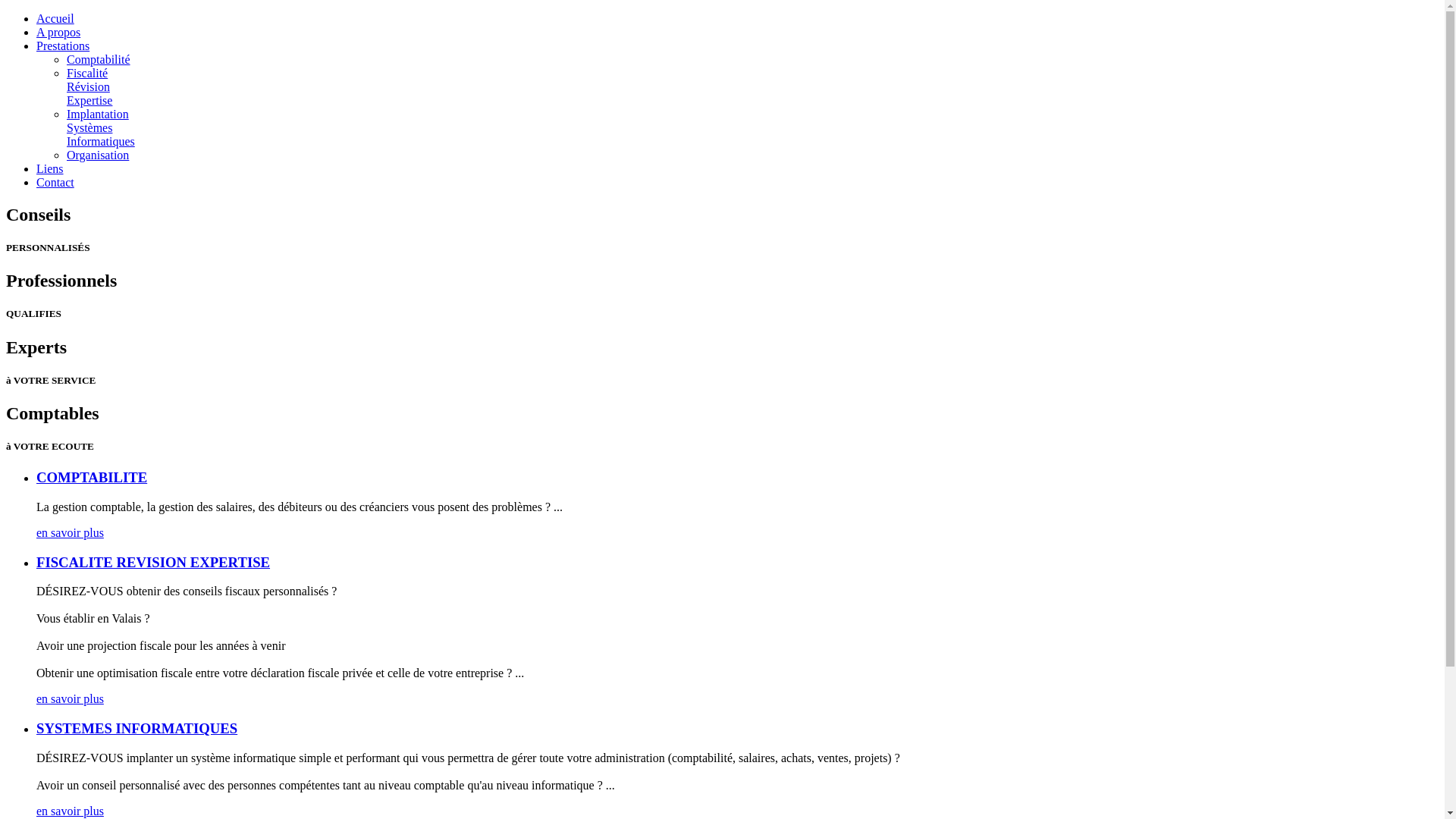 This screenshot has height=819, width=1456. What do you see at coordinates (36, 18) in the screenshot?
I see `'Accueil'` at bounding box center [36, 18].